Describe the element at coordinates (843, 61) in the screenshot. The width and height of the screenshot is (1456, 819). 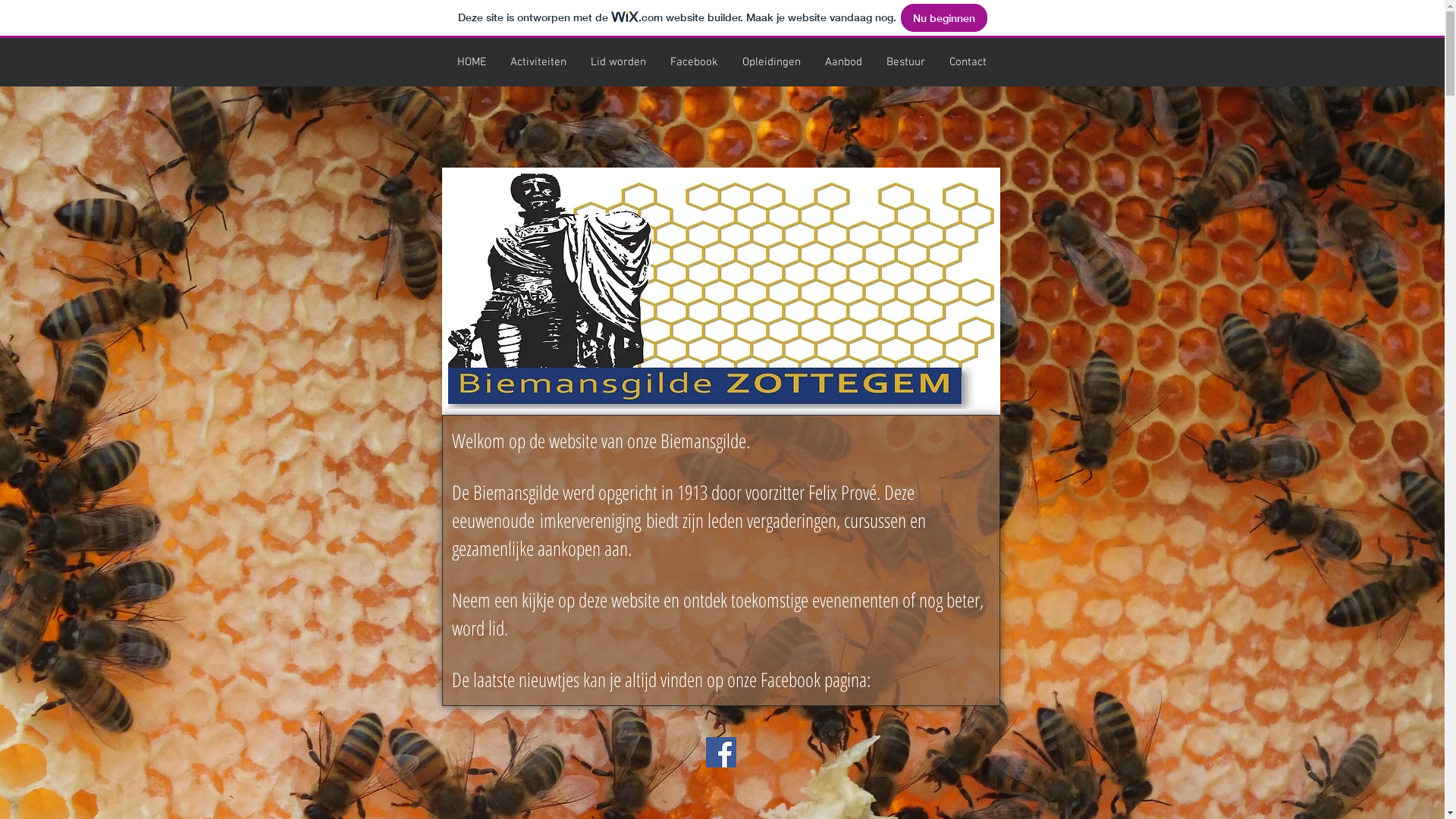
I see `'Aanbod'` at that location.